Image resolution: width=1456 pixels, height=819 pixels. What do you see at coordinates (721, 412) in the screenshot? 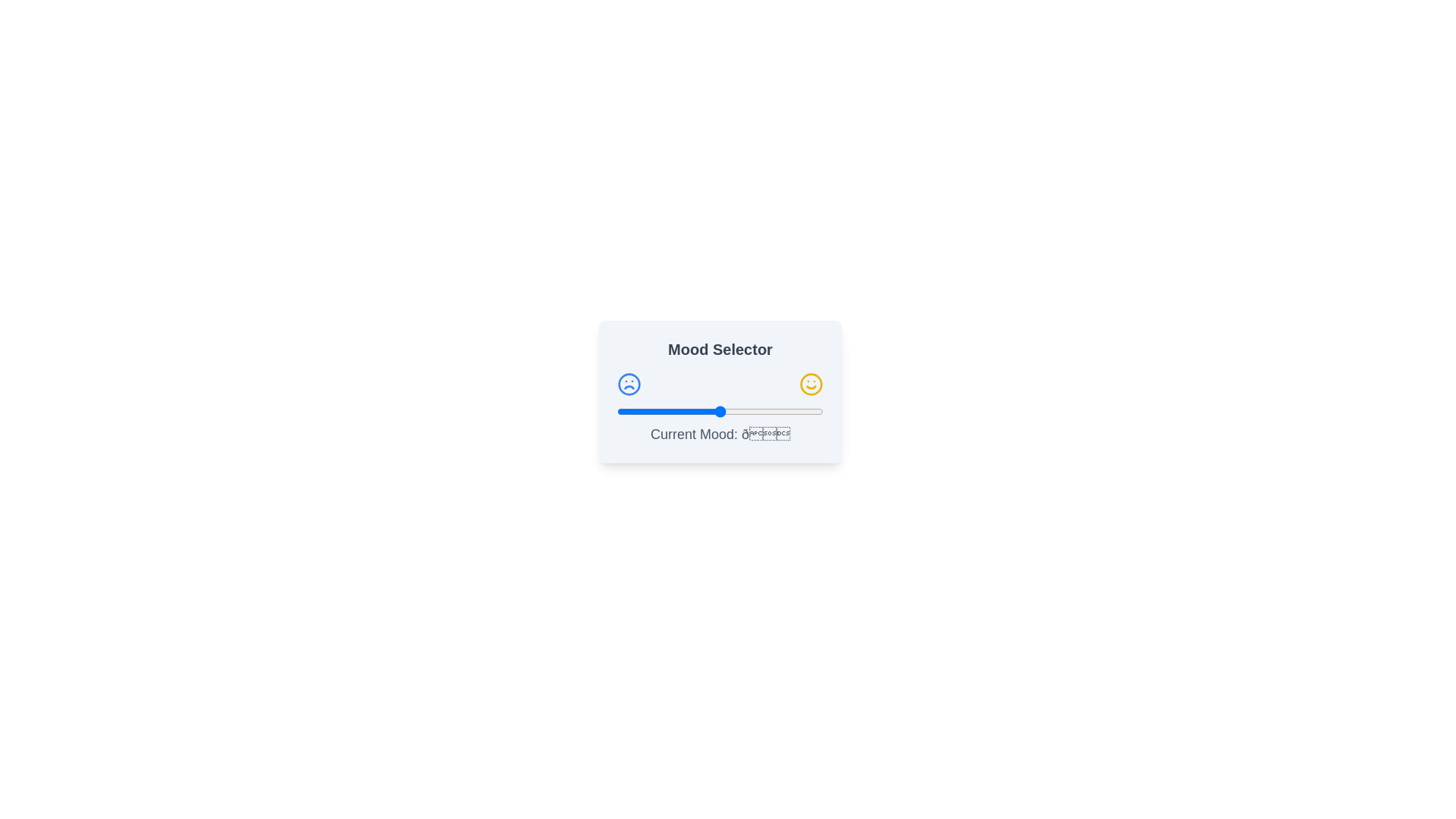
I see `the slider to set the mood value to 51` at bounding box center [721, 412].